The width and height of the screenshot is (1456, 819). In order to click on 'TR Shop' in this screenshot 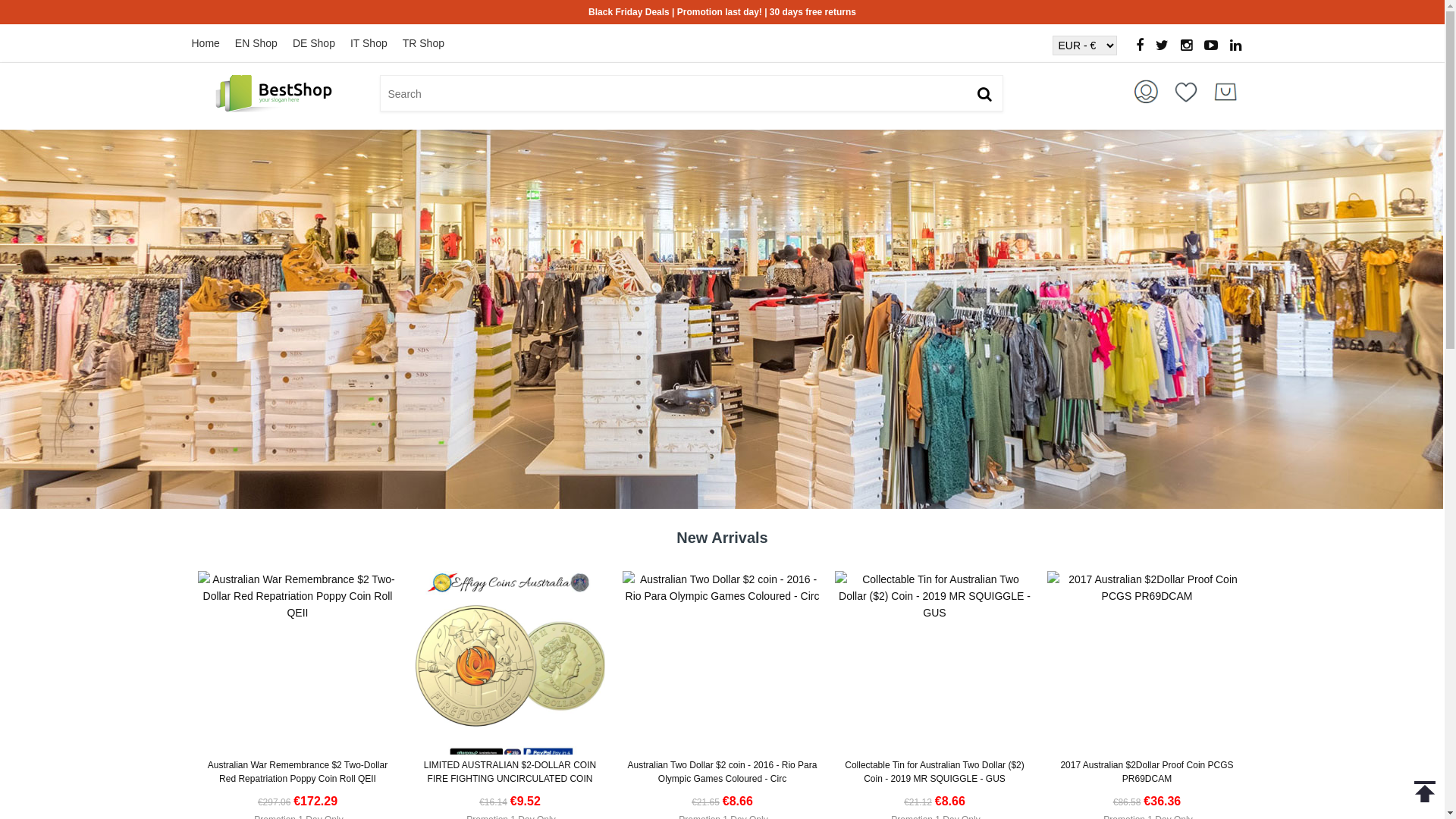, I will do `click(430, 42)`.